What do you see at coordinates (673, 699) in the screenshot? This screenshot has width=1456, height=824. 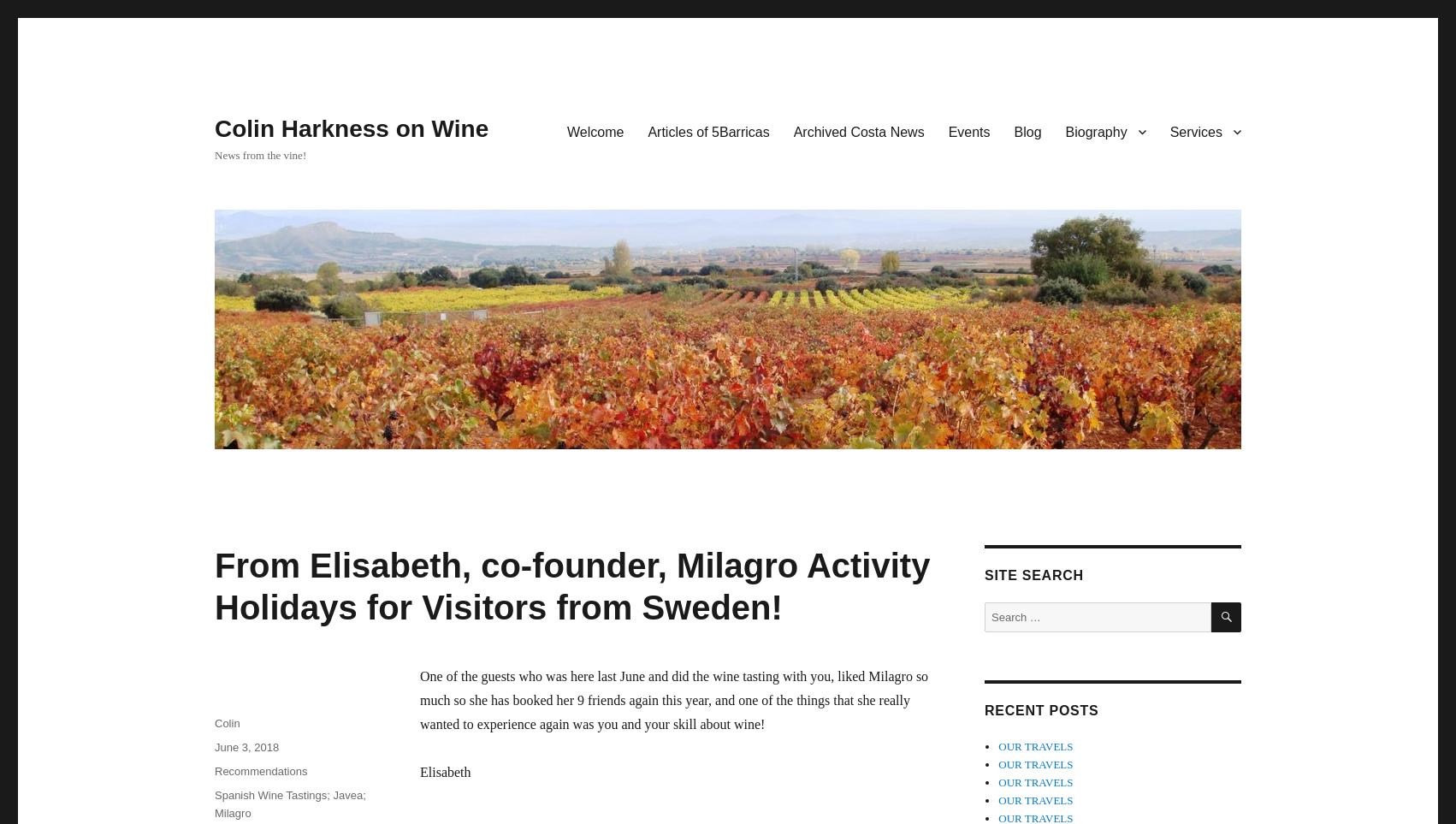 I see `'One of the guests who was here last June and did the wine tasting with you, liked Milagro so much so she has booked her 9 friends again this year, and one of the things that she really wanted to experience again was you and your skill about wine!'` at bounding box center [673, 699].